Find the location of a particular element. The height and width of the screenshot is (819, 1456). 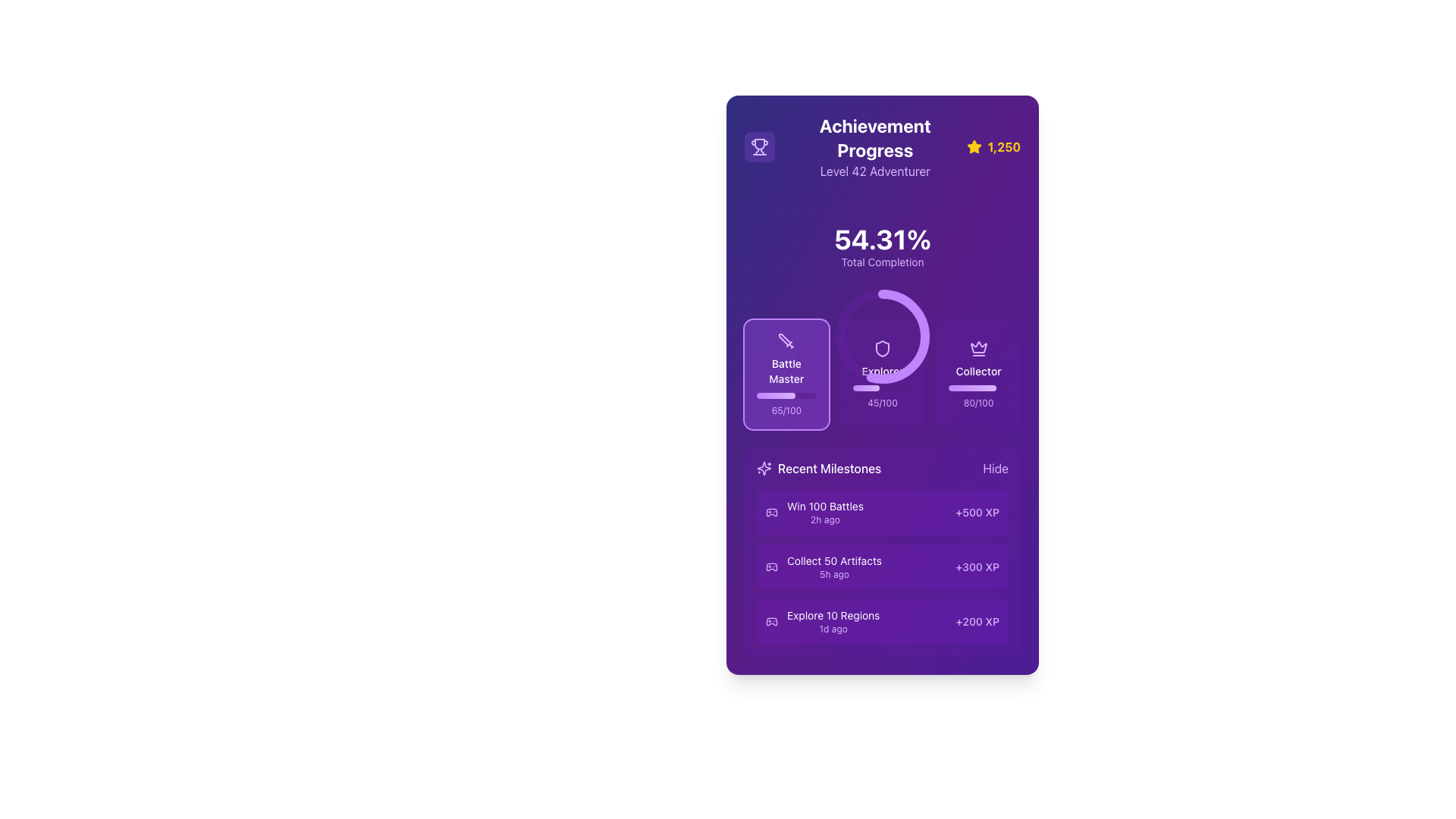

displayed time from the text label showing '1d ago', which is located beneath the 'Explore 10 Regions' text in the 'Recent Milestones' section is located at coordinates (833, 629).